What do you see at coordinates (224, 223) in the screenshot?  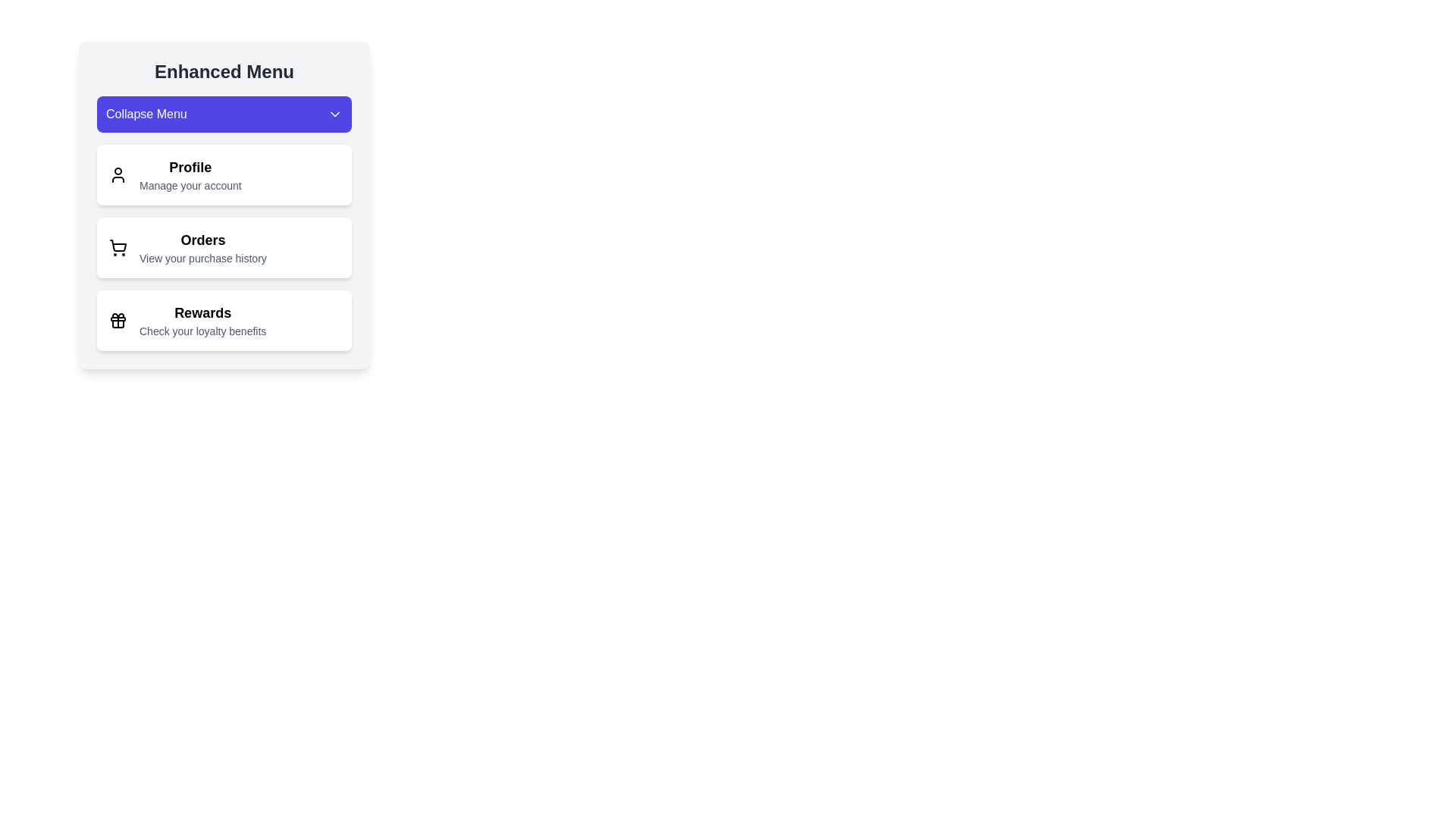 I see `the second item in the vertical dropdown menu entitled 'Enhanced Menu'` at bounding box center [224, 223].